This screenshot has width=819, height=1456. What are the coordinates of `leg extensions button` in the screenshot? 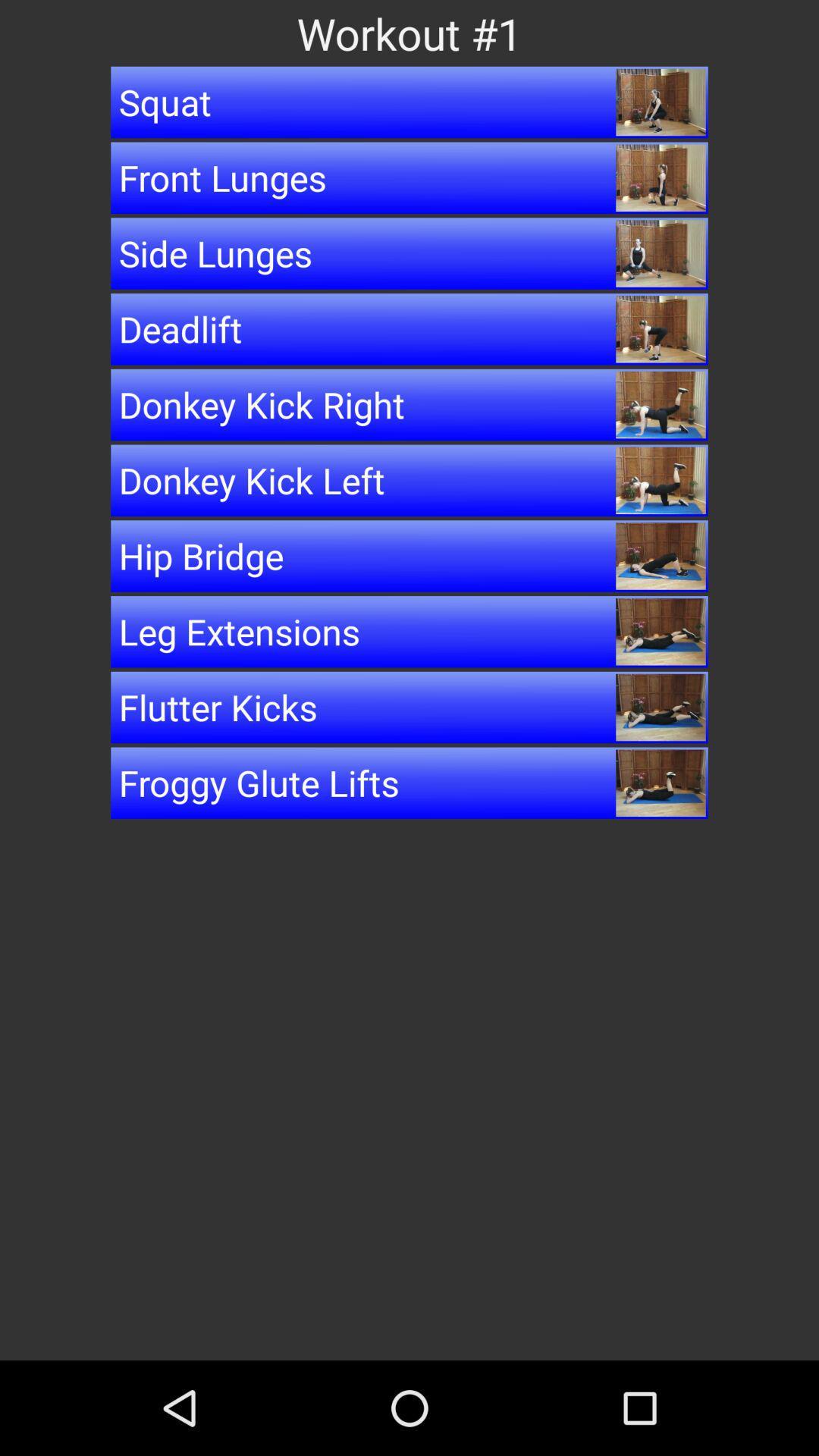 It's located at (409, 632).